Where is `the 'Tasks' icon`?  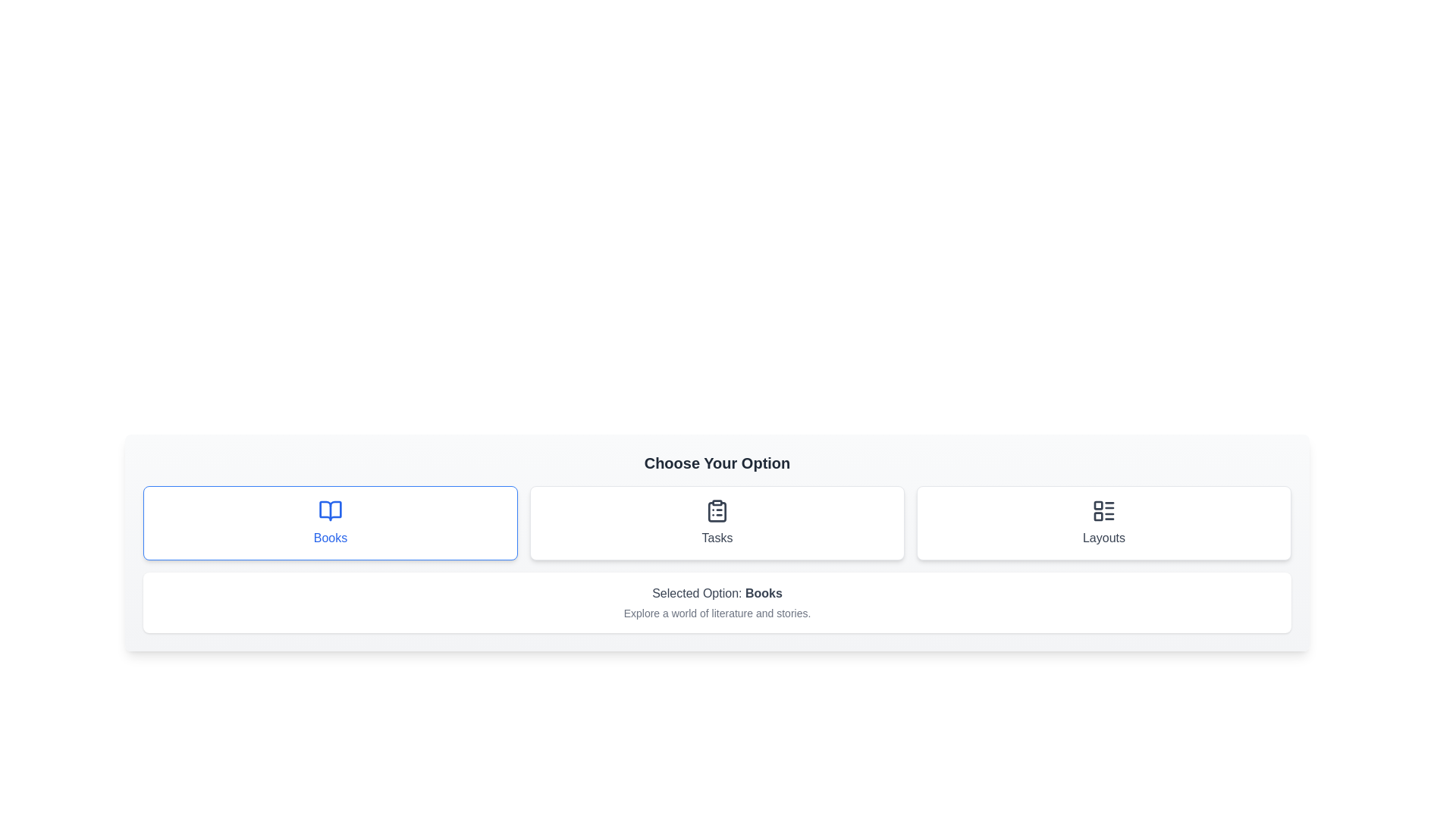
the 'Tasks' icon is located at coordinates (716, 511).